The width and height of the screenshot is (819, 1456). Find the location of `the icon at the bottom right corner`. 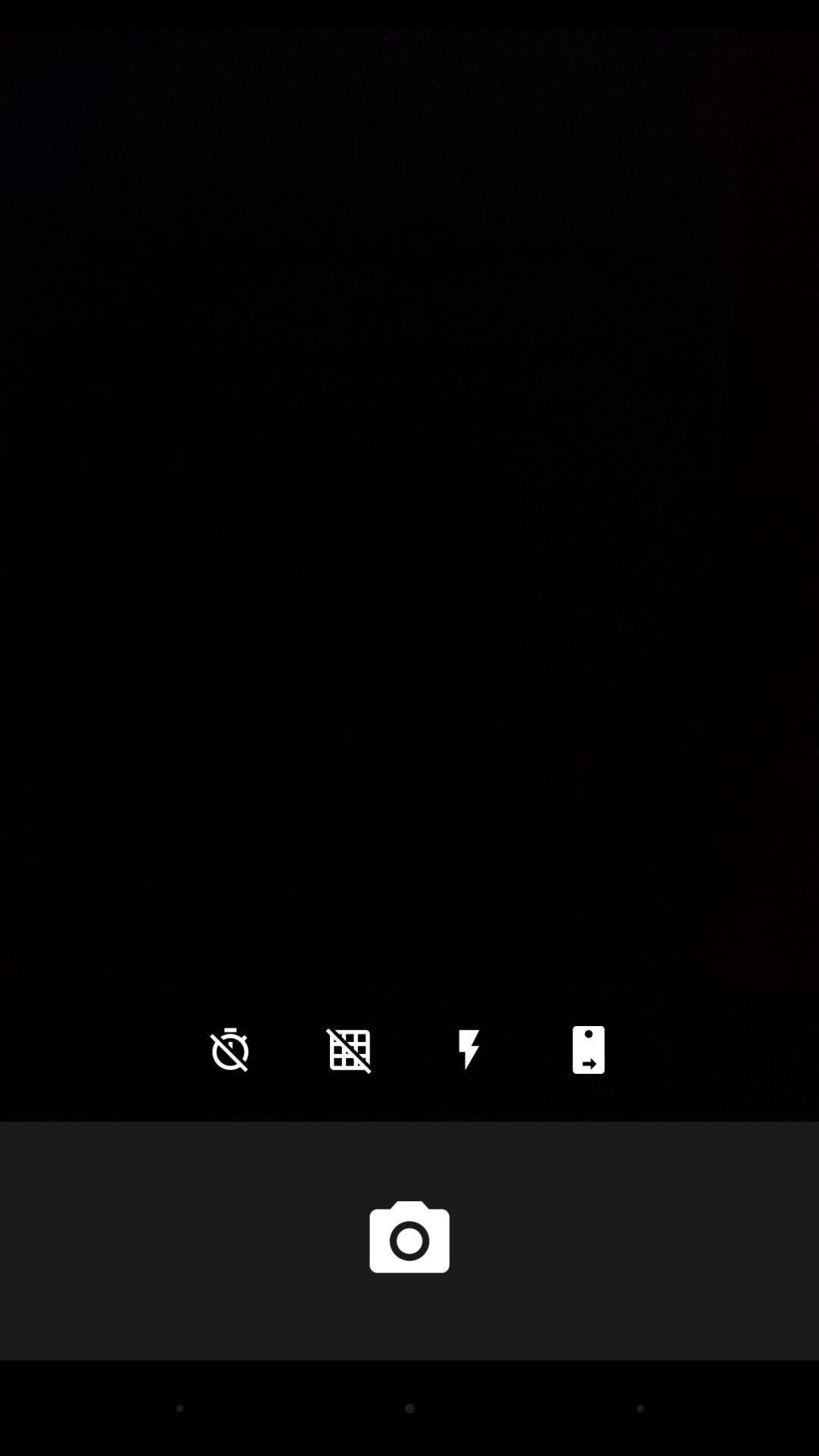

the icon at the bottom right corner is located at coordinates (588, 1049).